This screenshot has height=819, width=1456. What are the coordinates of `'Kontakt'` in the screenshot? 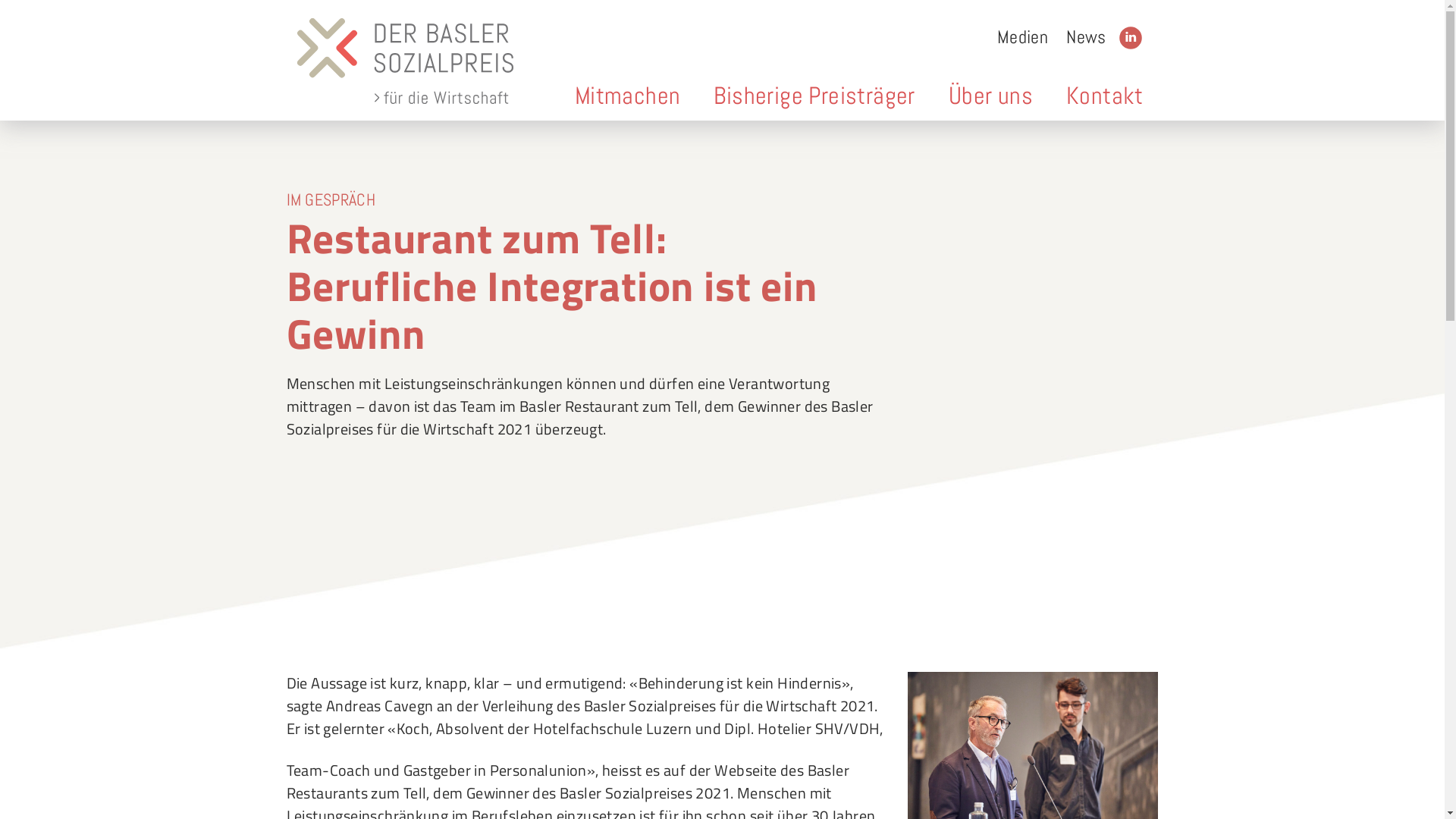 It's located at (1105, 96).